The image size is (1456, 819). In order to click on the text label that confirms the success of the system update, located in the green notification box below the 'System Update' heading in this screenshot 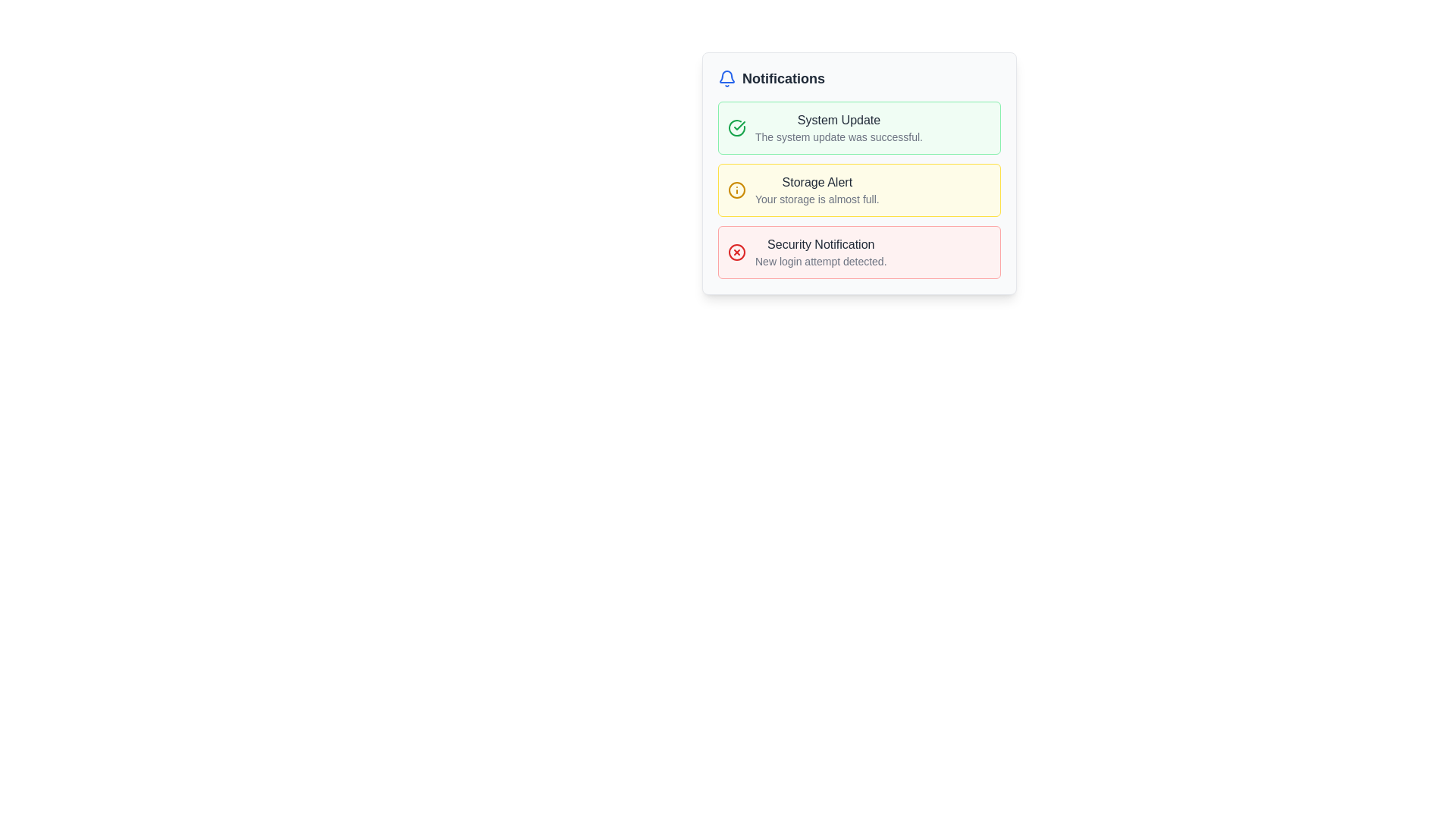, I will do `click(838, 137)`.